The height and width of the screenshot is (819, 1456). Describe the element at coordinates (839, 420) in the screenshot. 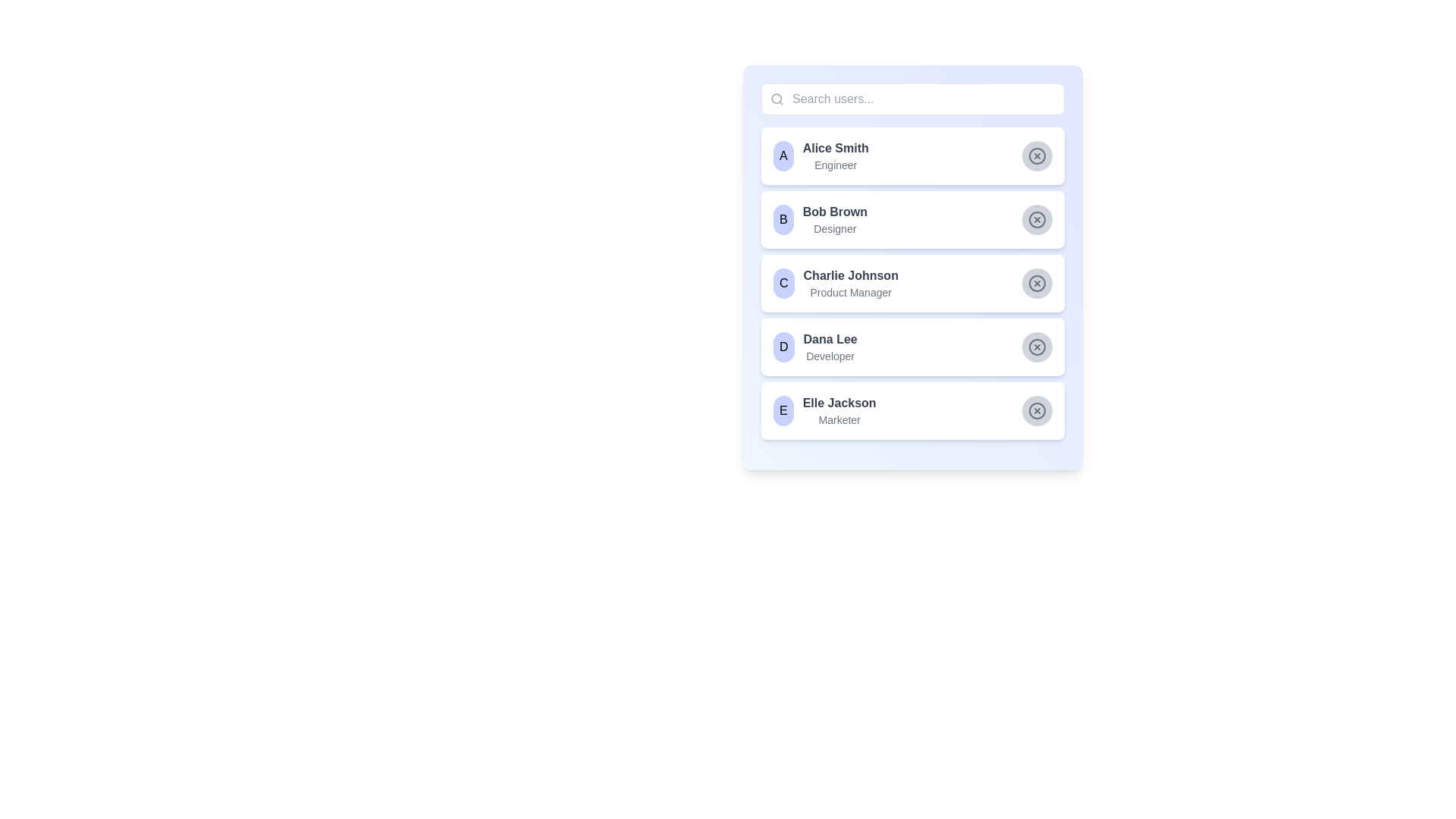

I see `the text label indicating the occupation 'Marketer' of the user 'Elle Jackson' in the user directory` at that location.